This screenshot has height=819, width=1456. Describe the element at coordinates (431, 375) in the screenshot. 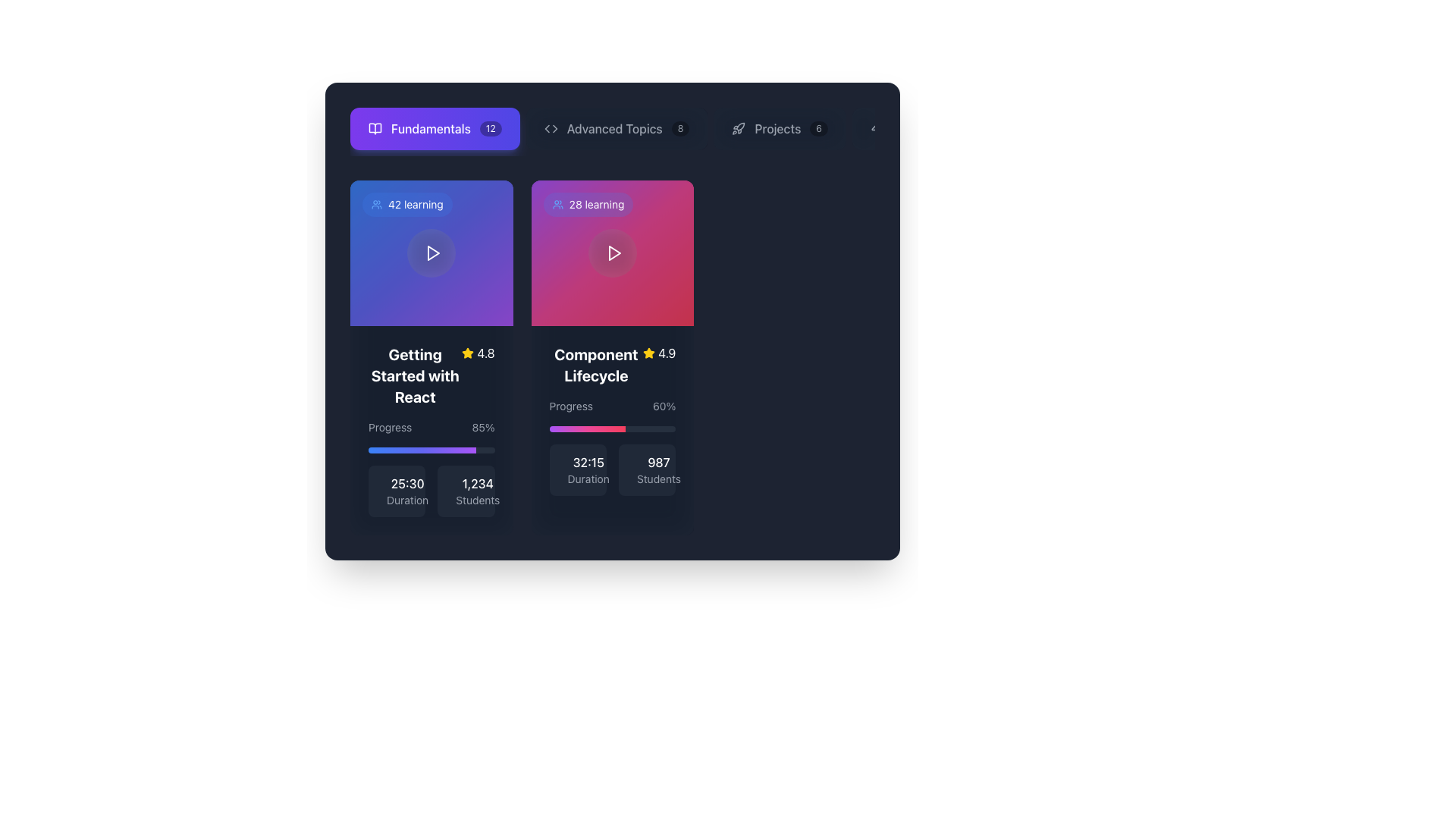

I see `the information displayed by the text section titled 'Getting Started with React', which includes a star icon and a rating value of 4.8, located in the first card of the 'Fundamentals' section` at that location.